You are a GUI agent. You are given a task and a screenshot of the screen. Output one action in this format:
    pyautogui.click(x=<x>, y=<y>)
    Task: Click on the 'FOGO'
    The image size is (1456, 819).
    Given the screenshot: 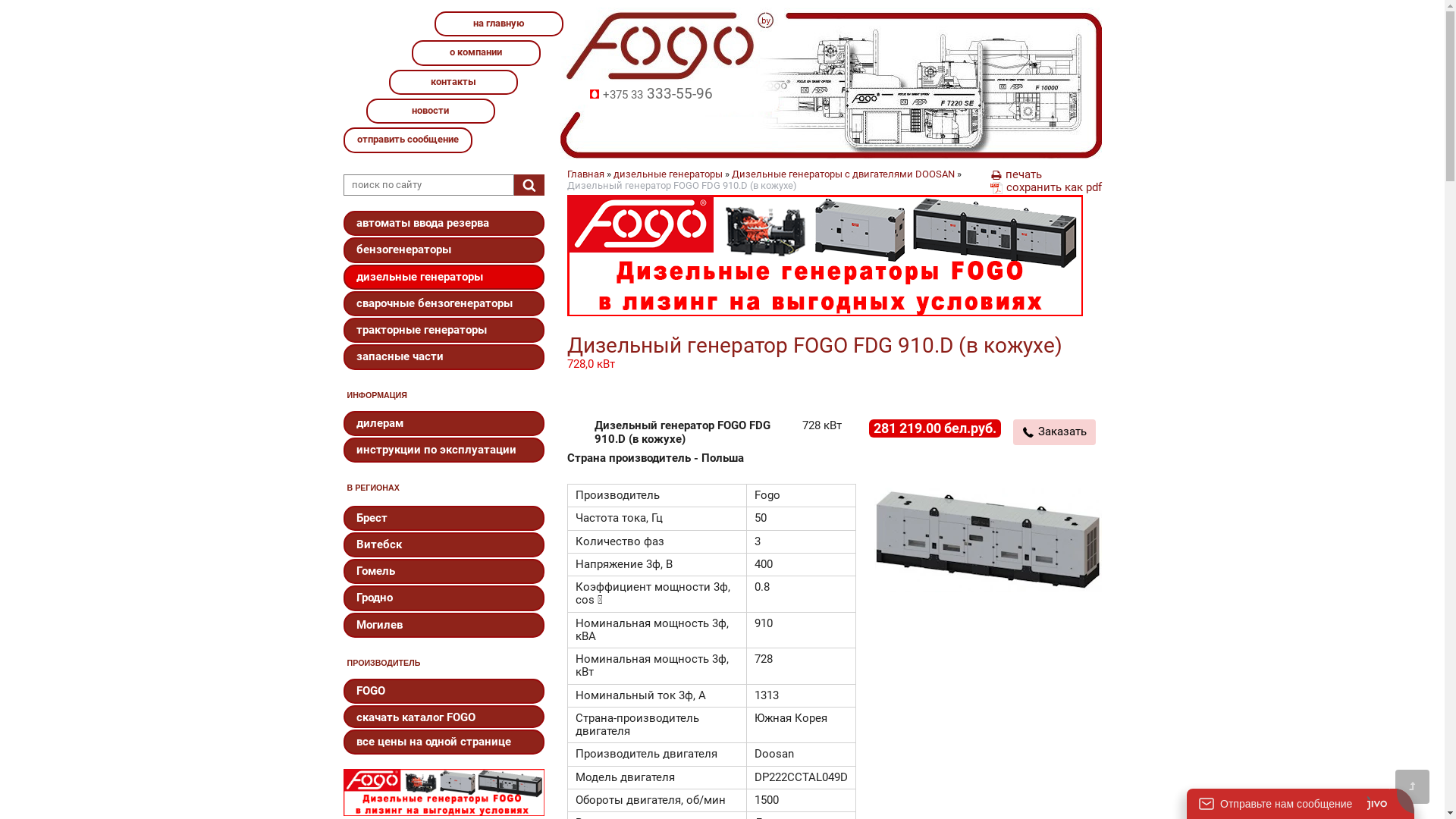 What is the action you would take?
    pyautogui.click(x=442, y=691)
    